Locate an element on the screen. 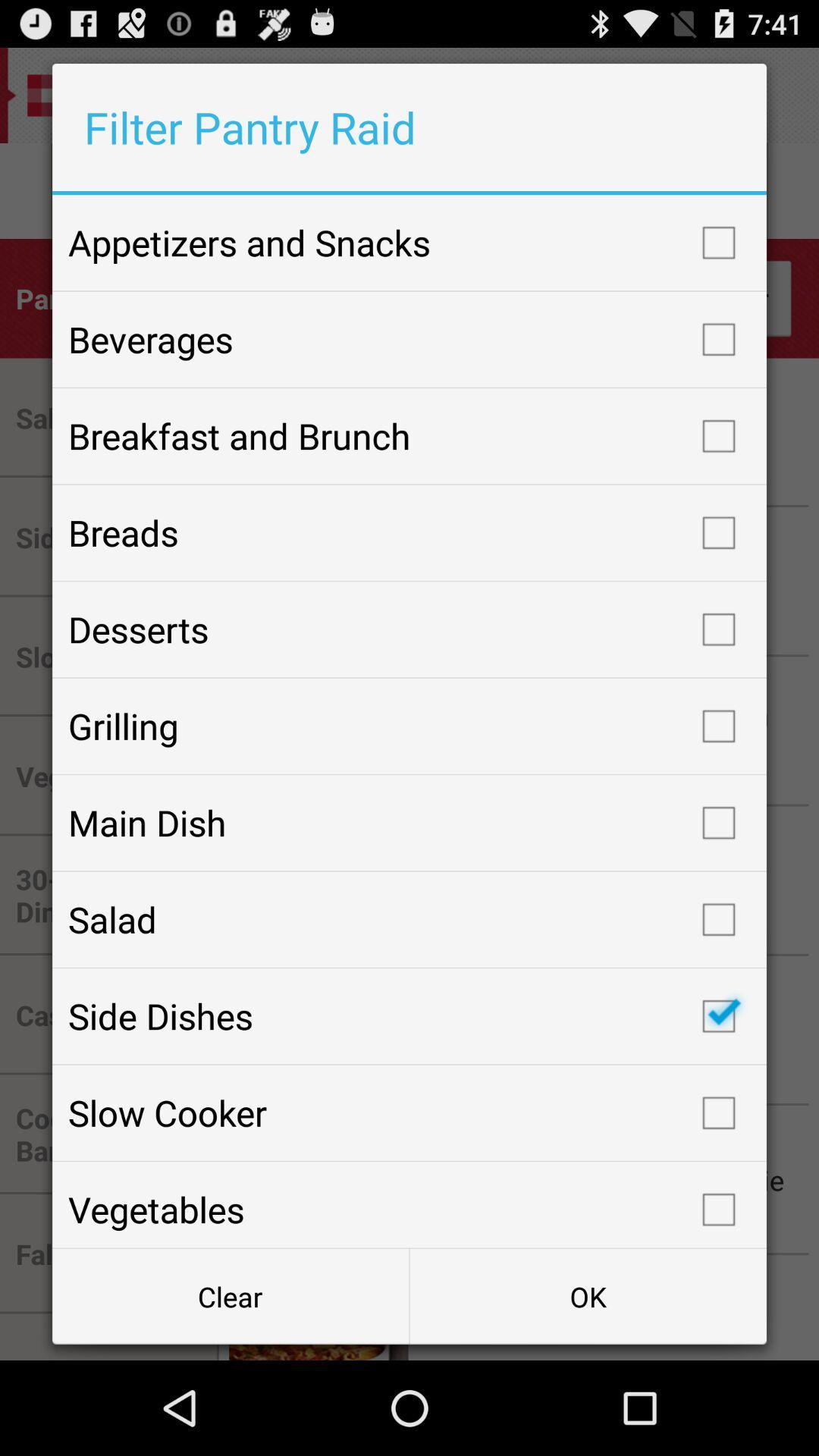  the main dish item is located at coordinates (409, 822).